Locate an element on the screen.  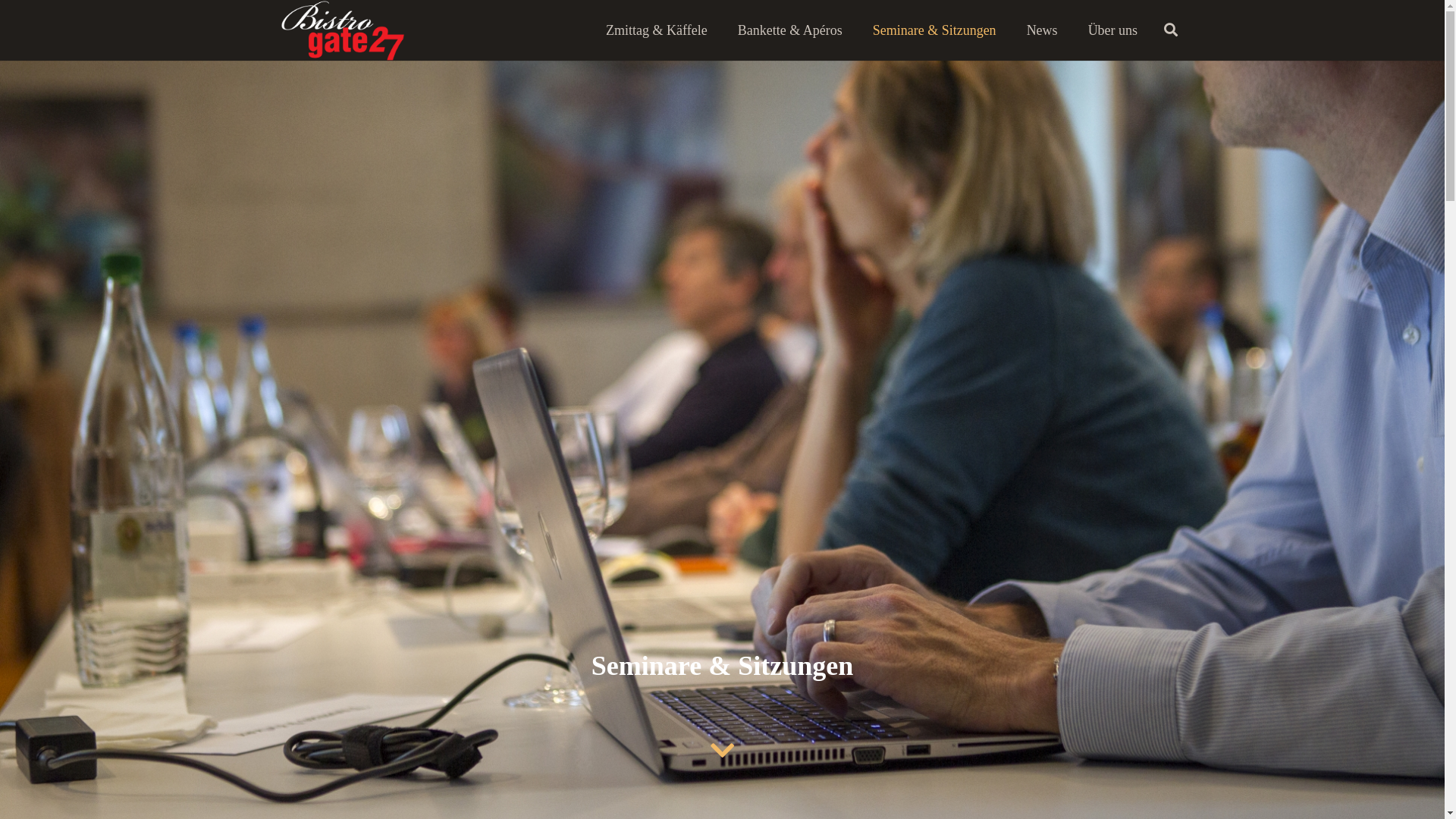
'News' is located at coordinates (1012, 30).